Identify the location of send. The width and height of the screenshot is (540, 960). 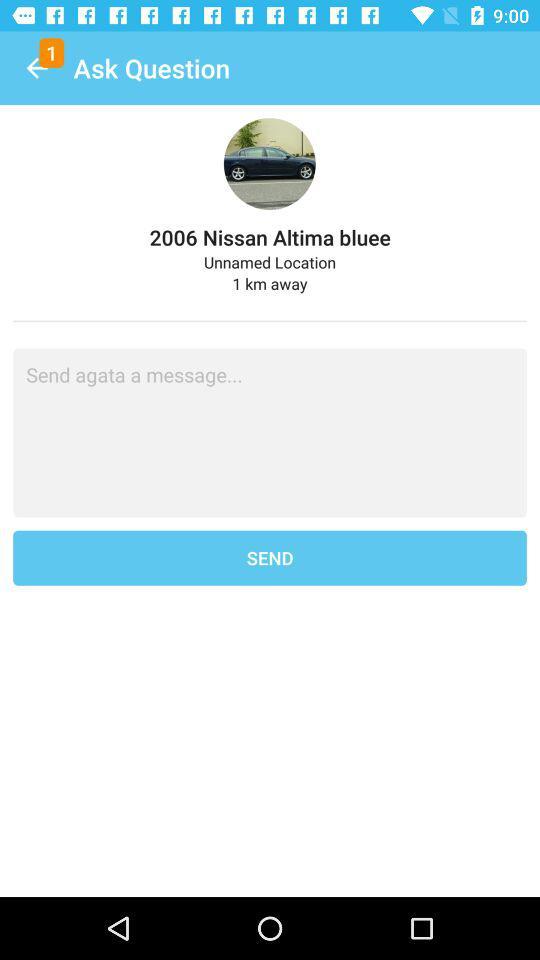
(270, 558).